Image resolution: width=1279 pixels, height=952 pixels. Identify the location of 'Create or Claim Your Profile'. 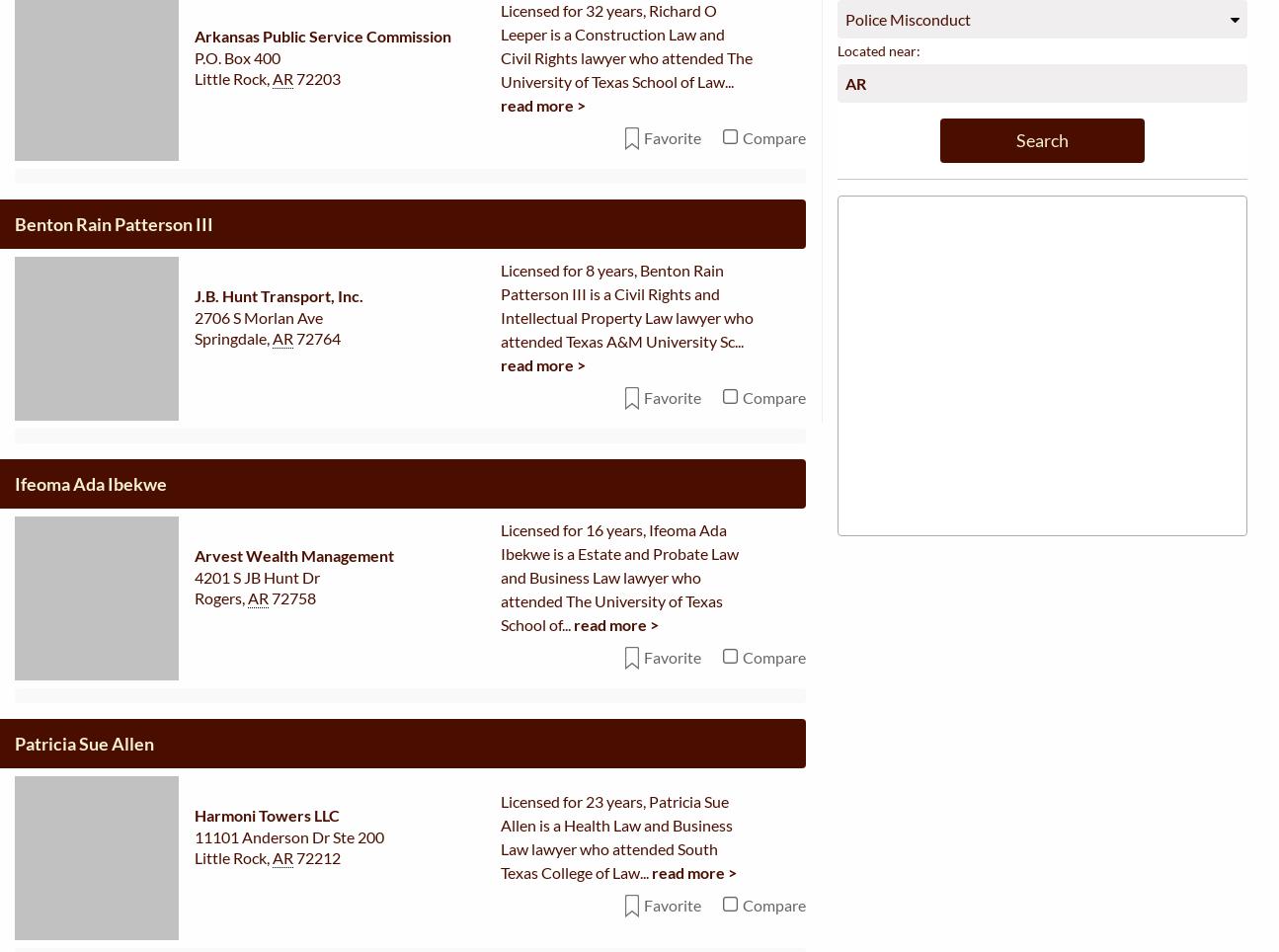
(363, 732).